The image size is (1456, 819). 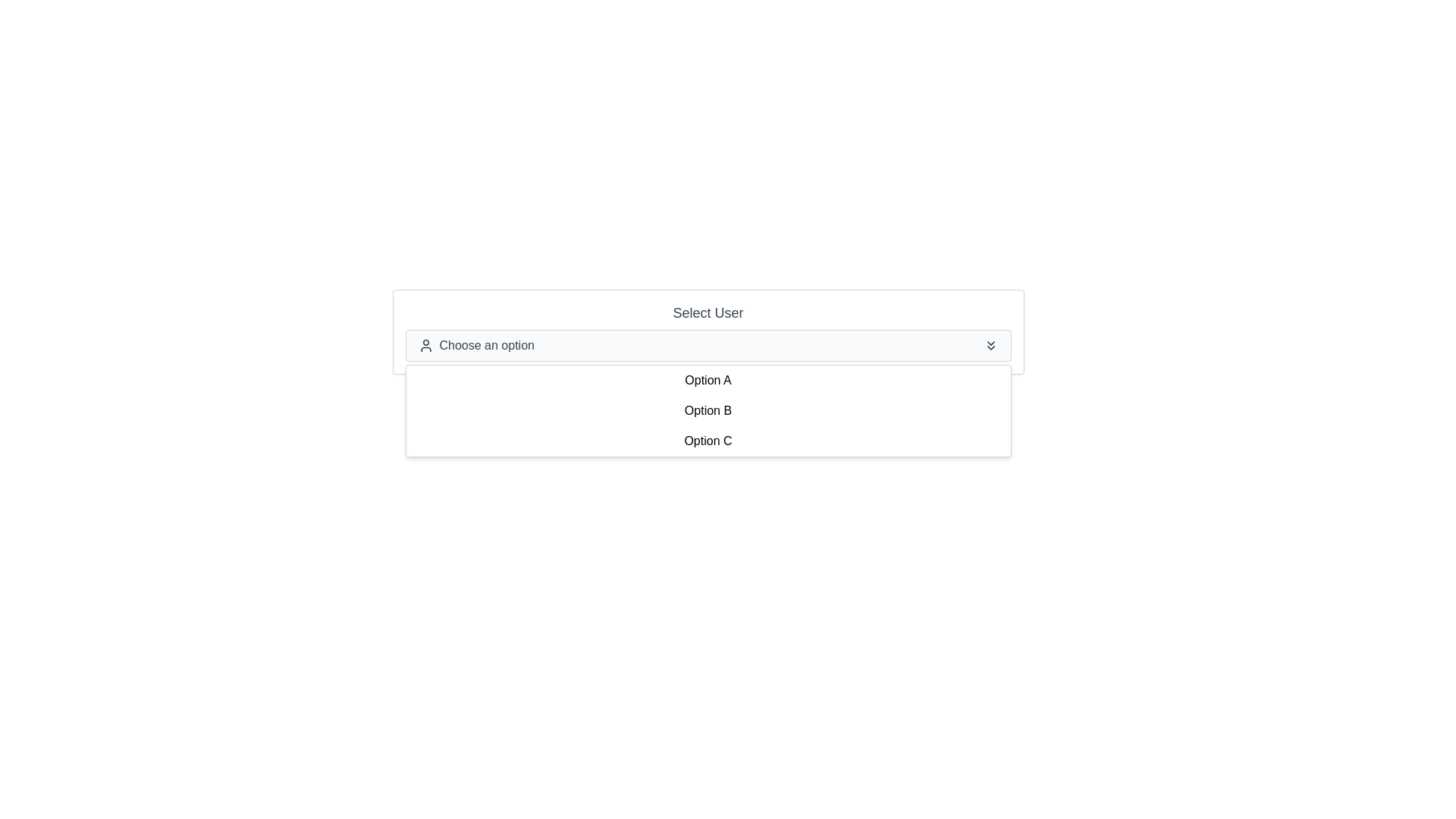 What do you see at coordinates (708, 345) in the screenshot?
I see `the dropdown menu labeled 'Choose an option'` at bounding box center [708, 345].